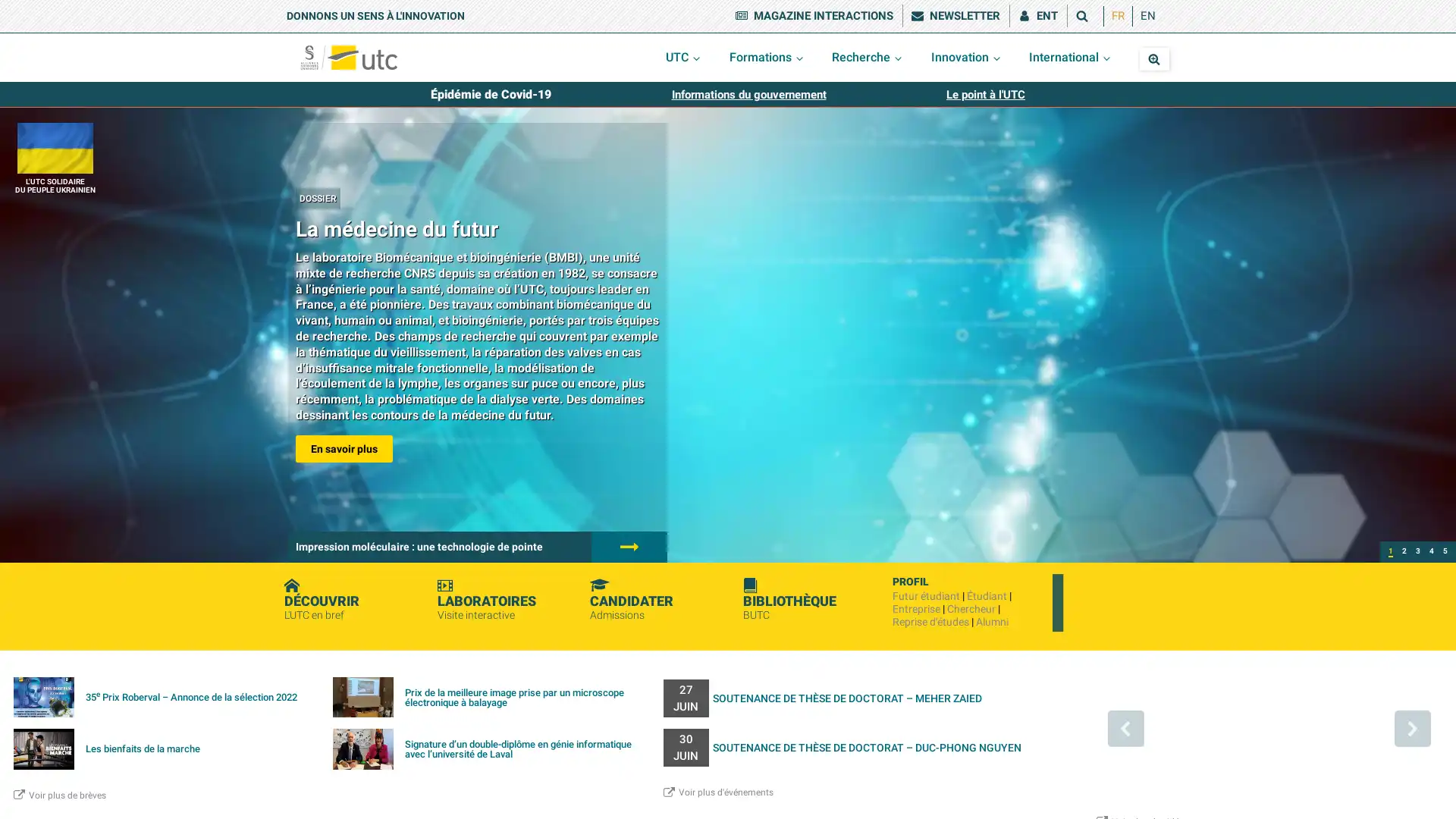 Image resolution: width=1456 pixels, height=819 pixels. I want to click on Signature dun accord de double diplome avec lUniversite Francaise dEgypte (UFE), so click(1444, 552).